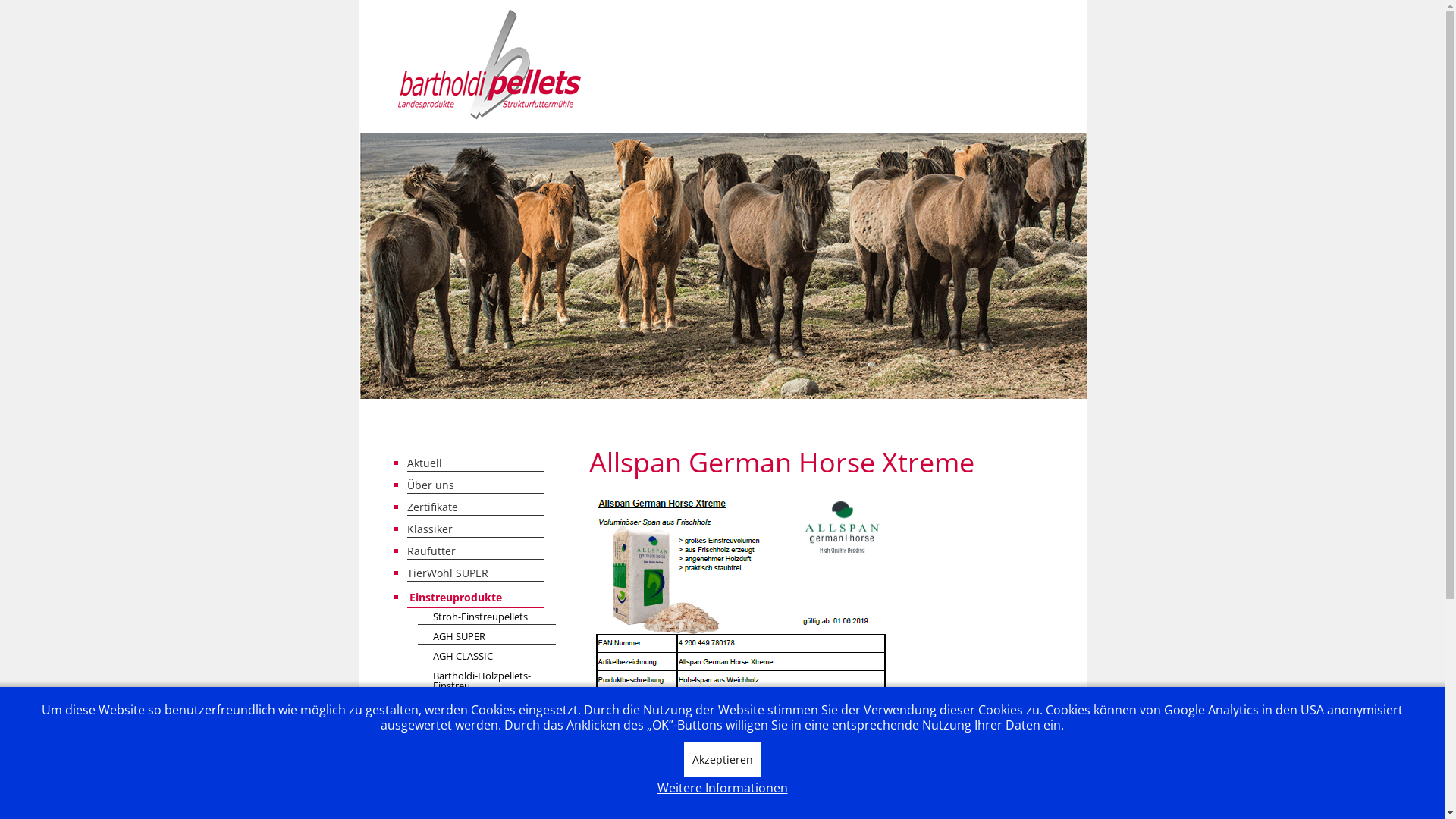  What do you see at coordinates (656, 787) in the screenshot?
I see `'Weitere Informationen'` at bounding box center [656, 787].